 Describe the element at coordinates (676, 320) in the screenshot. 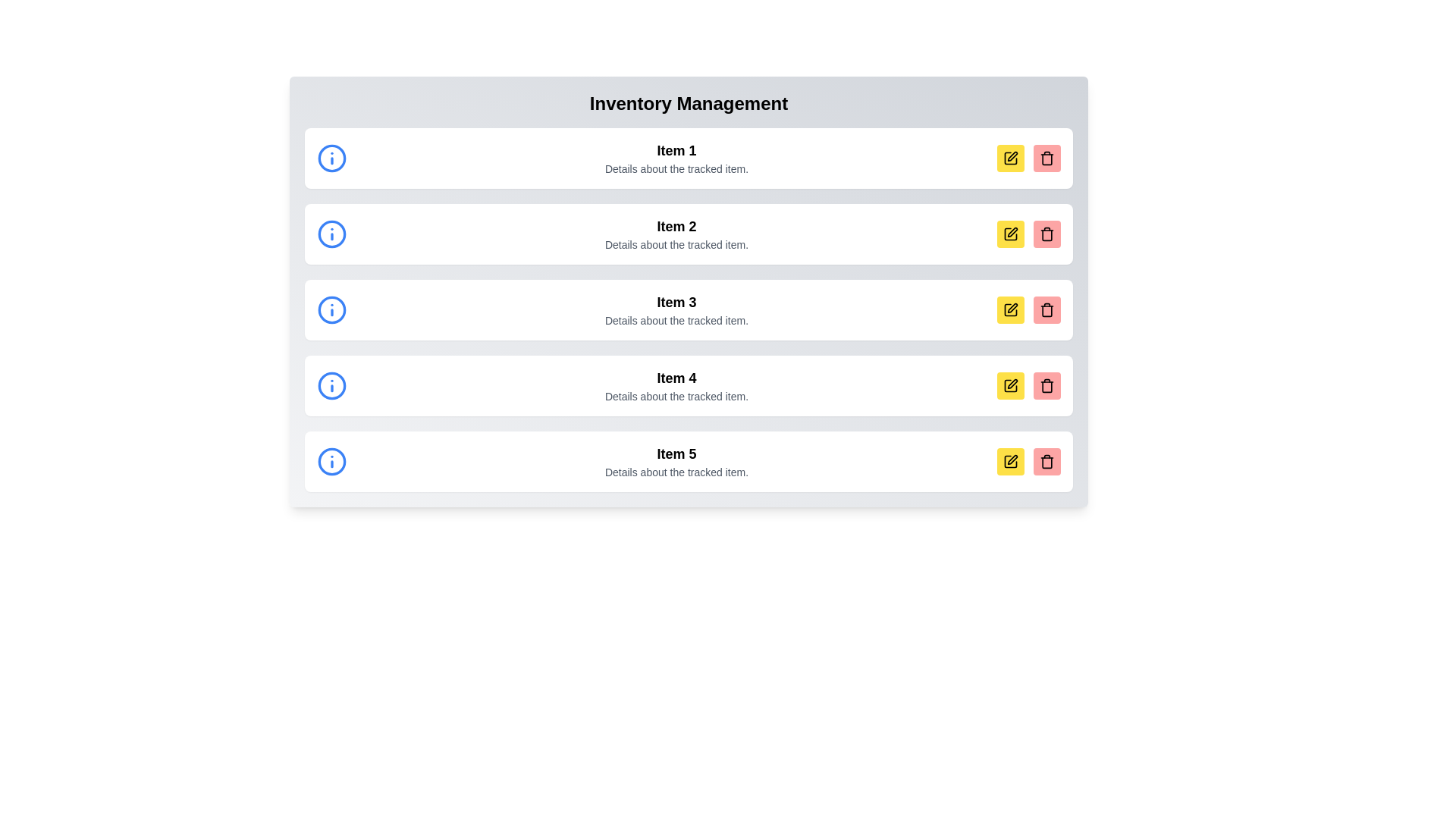

I see `the text element that states 'Details about the tracked item.' located beneath 'Item 3' in the third row of a vertical stack of items` at that location.